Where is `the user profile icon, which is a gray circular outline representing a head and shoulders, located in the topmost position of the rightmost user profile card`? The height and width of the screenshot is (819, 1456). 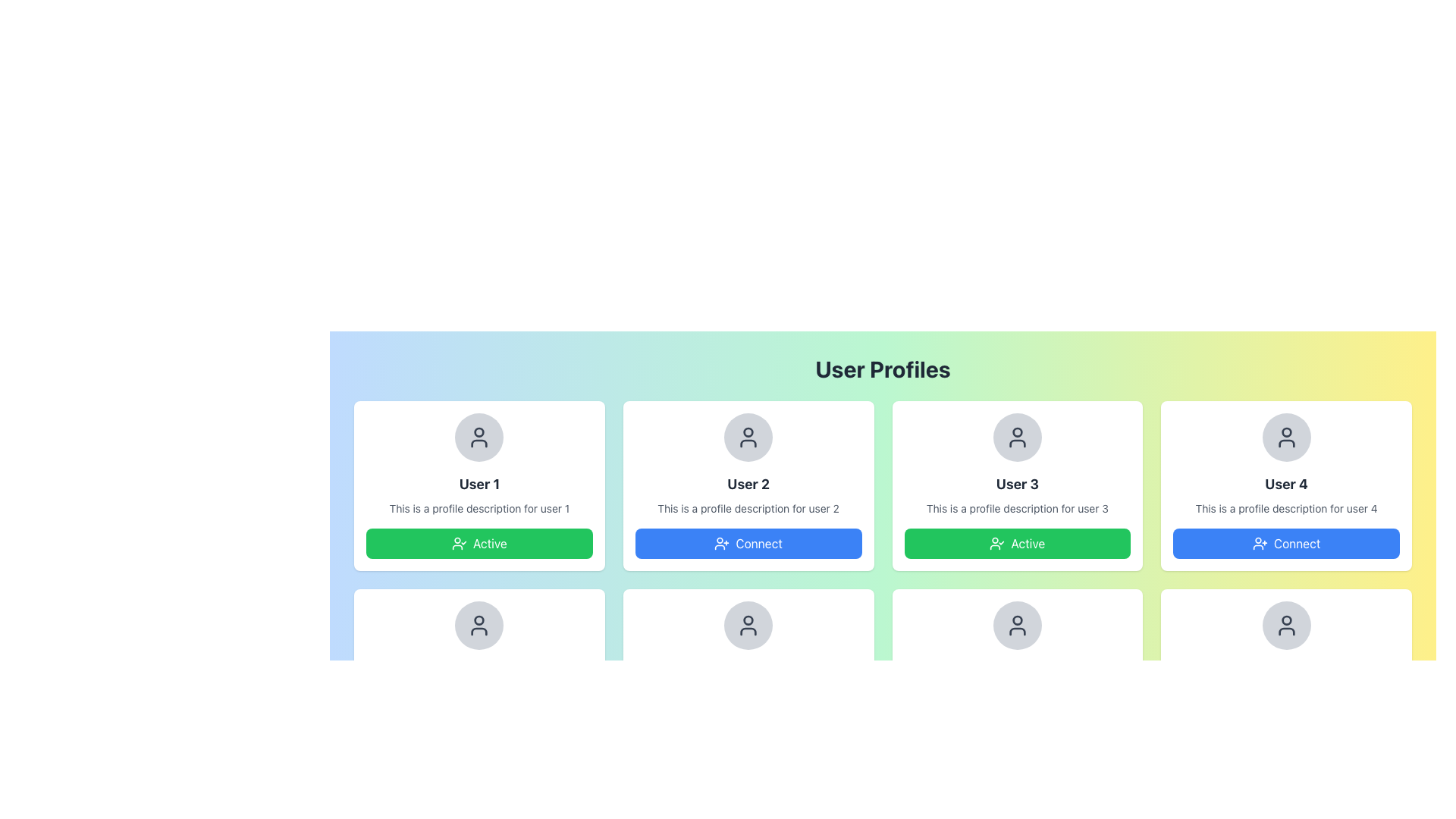 the user profile icon, which is a gray circular outline representing a head and shoulders, located in the topmost position of the rightmost user profile card is located at coordinates (1285, 438).